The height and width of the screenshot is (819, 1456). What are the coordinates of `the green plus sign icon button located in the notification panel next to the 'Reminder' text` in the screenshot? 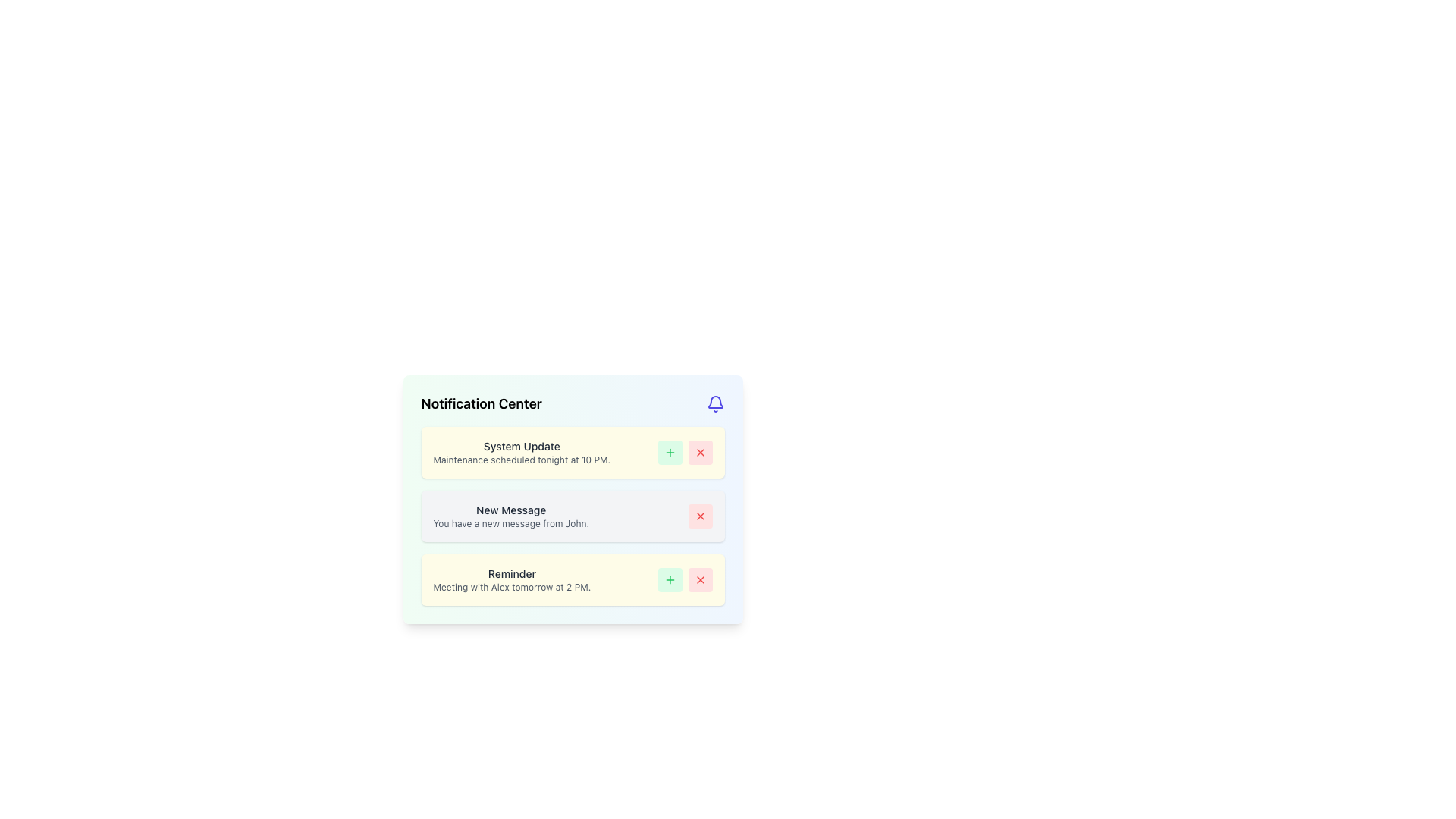 It's located at (669, 579).